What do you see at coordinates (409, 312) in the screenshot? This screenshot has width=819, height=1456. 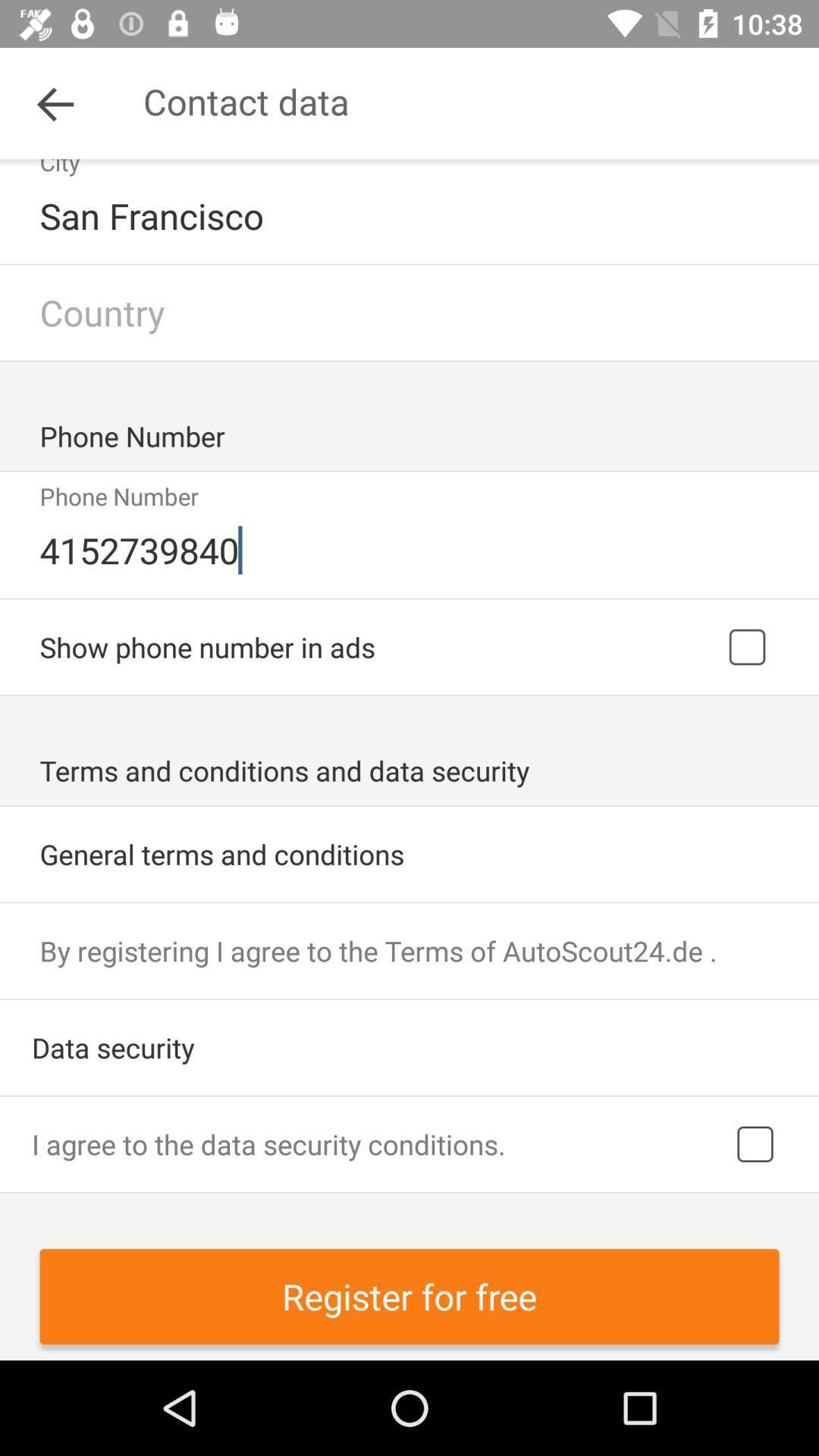 I see `input country` at bounding box center [409, 312].